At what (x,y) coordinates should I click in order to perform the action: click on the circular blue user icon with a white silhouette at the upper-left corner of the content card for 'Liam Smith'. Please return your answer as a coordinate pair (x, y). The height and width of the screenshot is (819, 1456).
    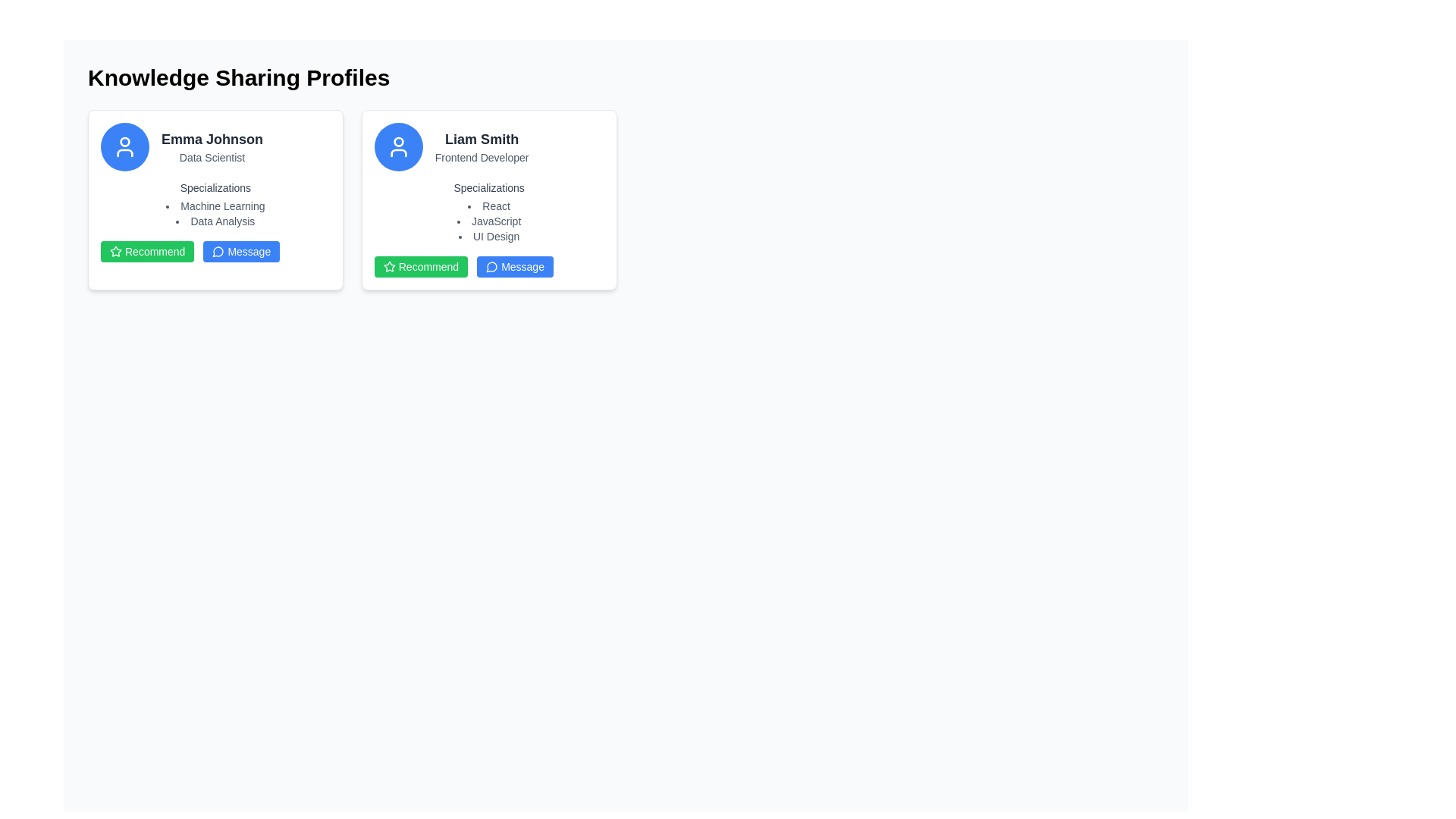
    Looking at the image, I should click on (398, 146).